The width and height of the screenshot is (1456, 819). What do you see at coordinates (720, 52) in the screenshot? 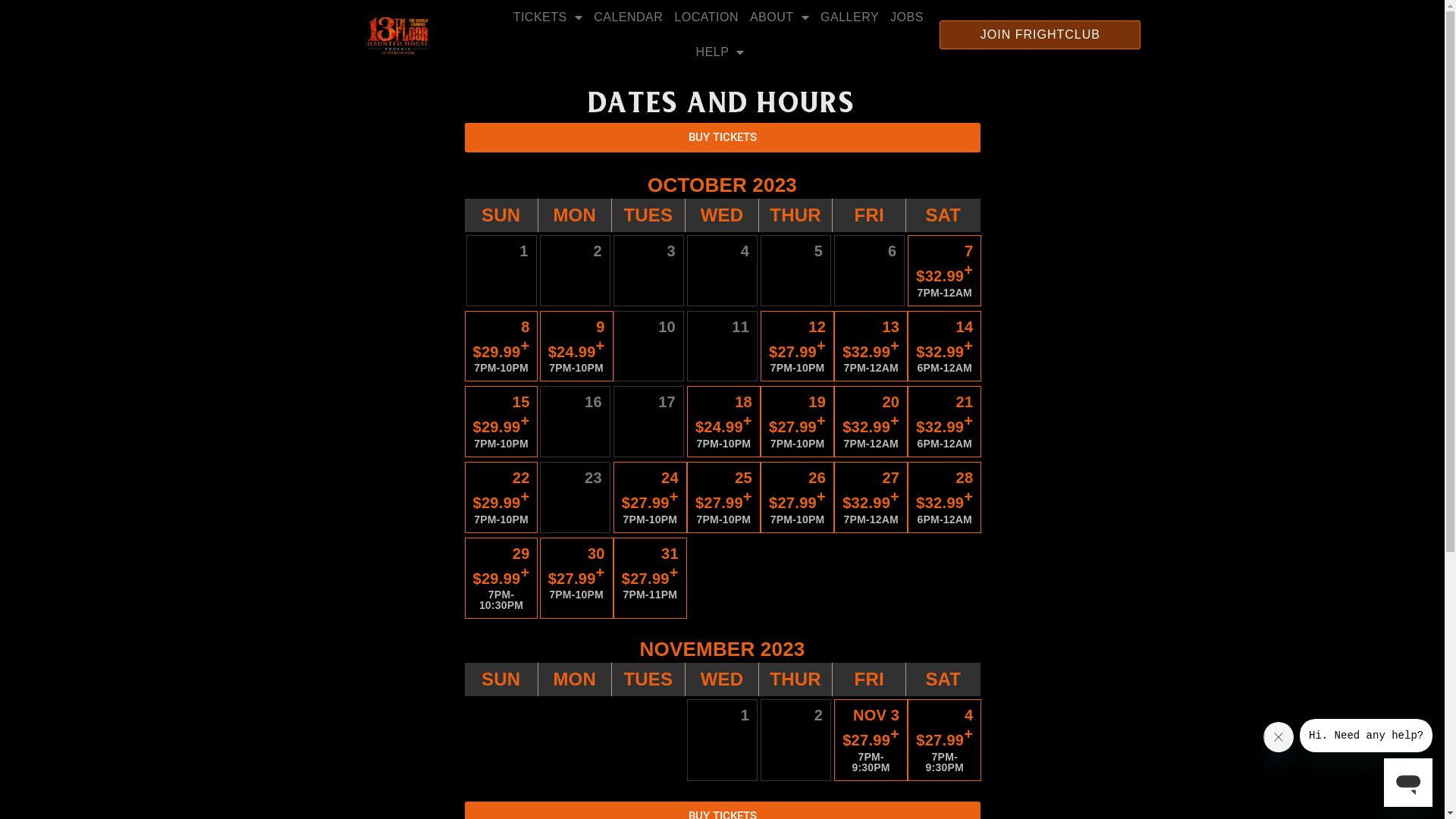
I see `'HELP'` at bounding box center [720, 52].